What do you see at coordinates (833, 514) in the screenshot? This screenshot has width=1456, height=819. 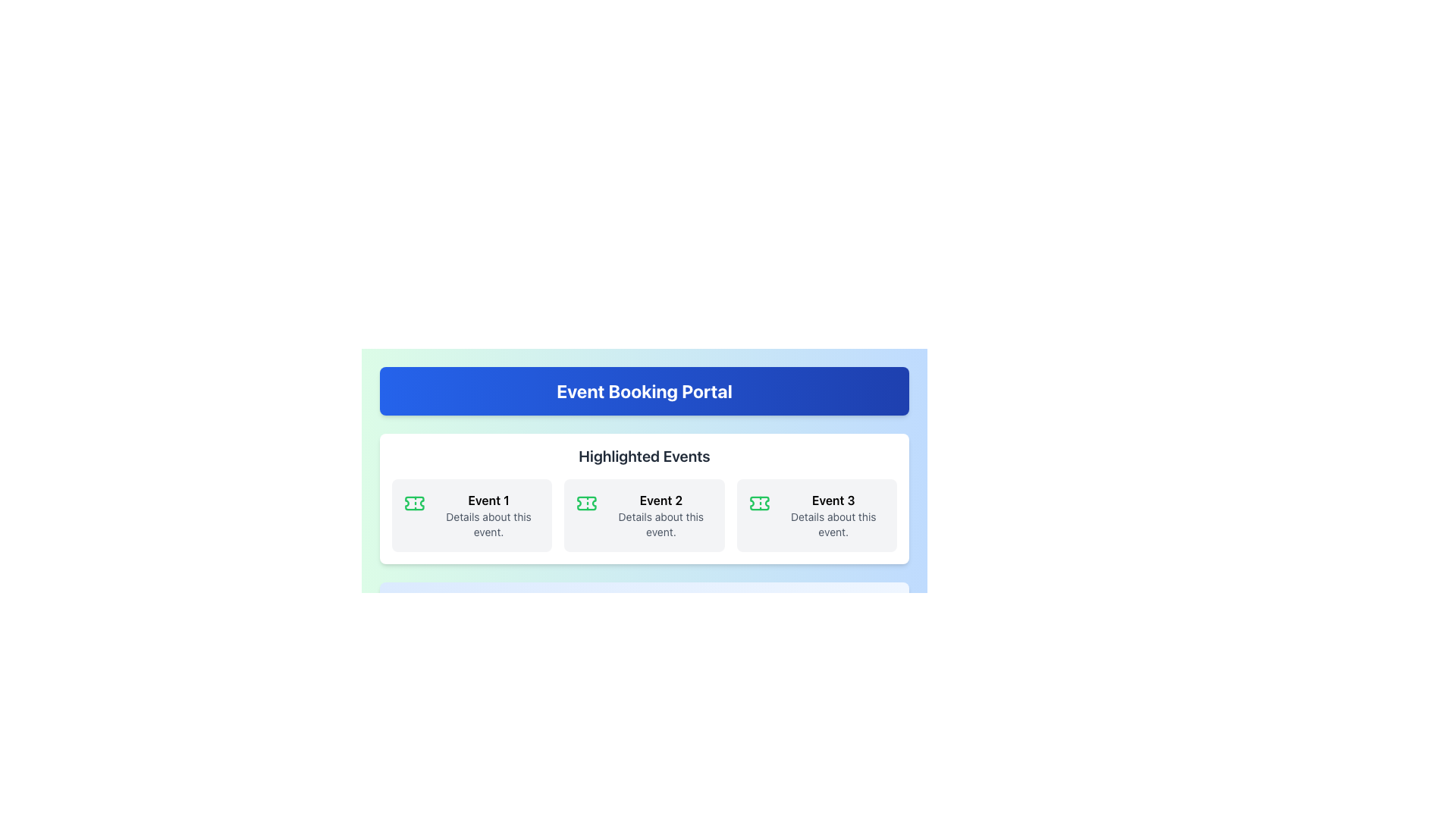 I see `details about the event displayed in the text block for 'Event 3', which is located in the third card of the 'Highlighted Events' section` at bounding box center [833, 514].